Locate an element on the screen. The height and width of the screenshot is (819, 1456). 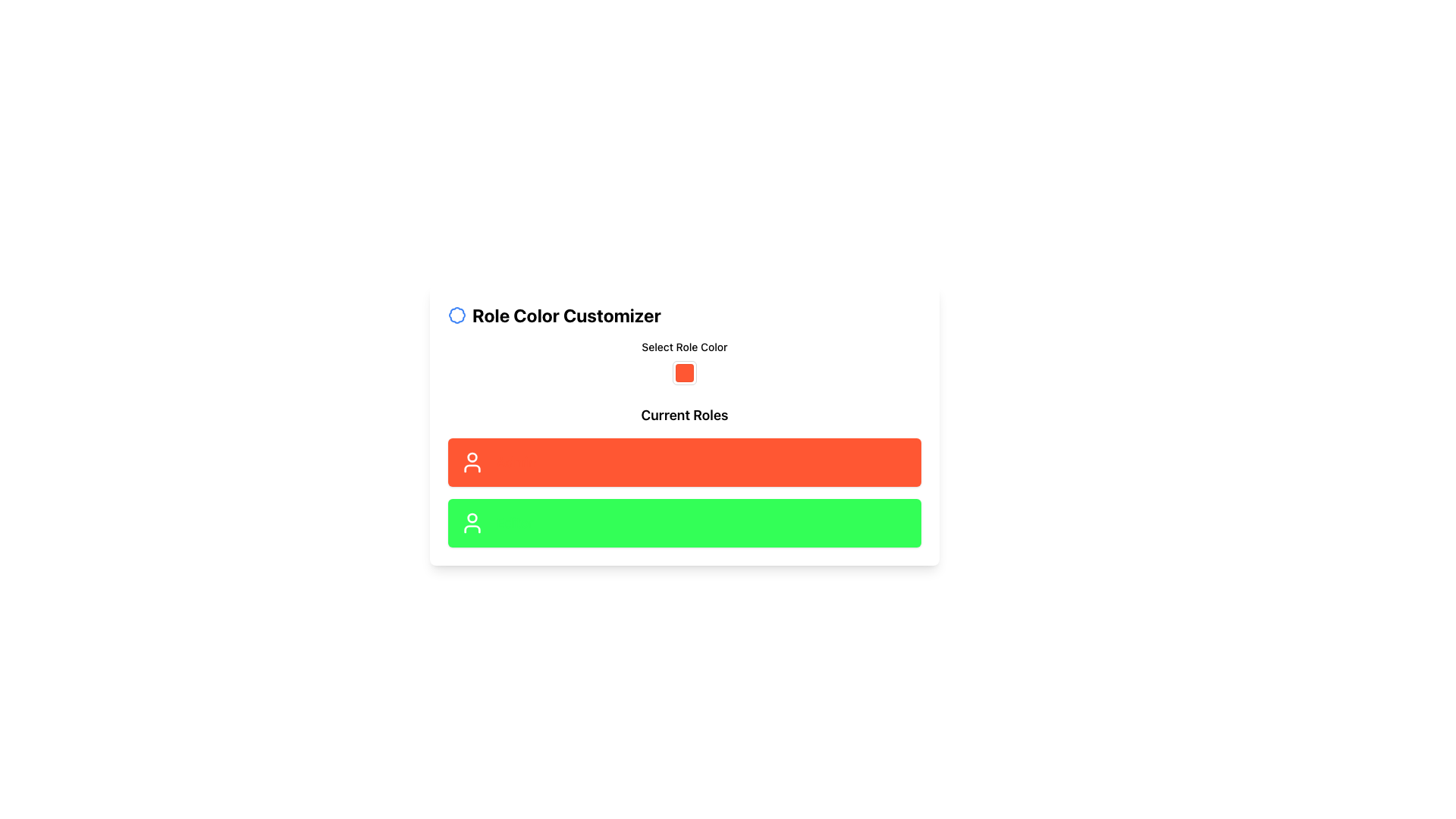
the user profile silhouette icon with a white color against a red background, which is part of a button labeled 'Admin' located at the top of the list of 'Current Roles.' is located at coordinates (472, 461).